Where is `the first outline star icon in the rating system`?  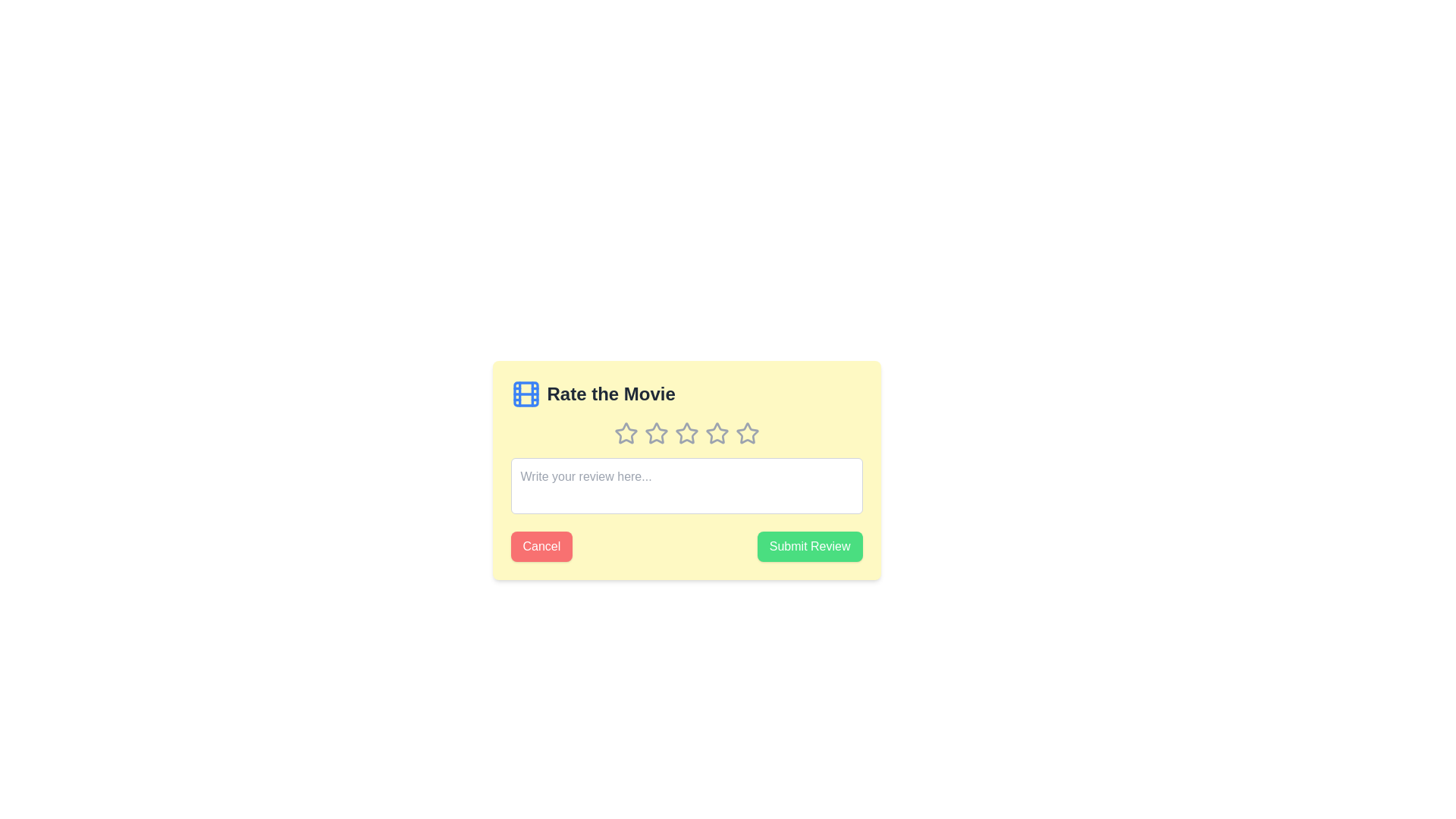 the first outline star icon in the rating system is located at coordinates (626, 433).